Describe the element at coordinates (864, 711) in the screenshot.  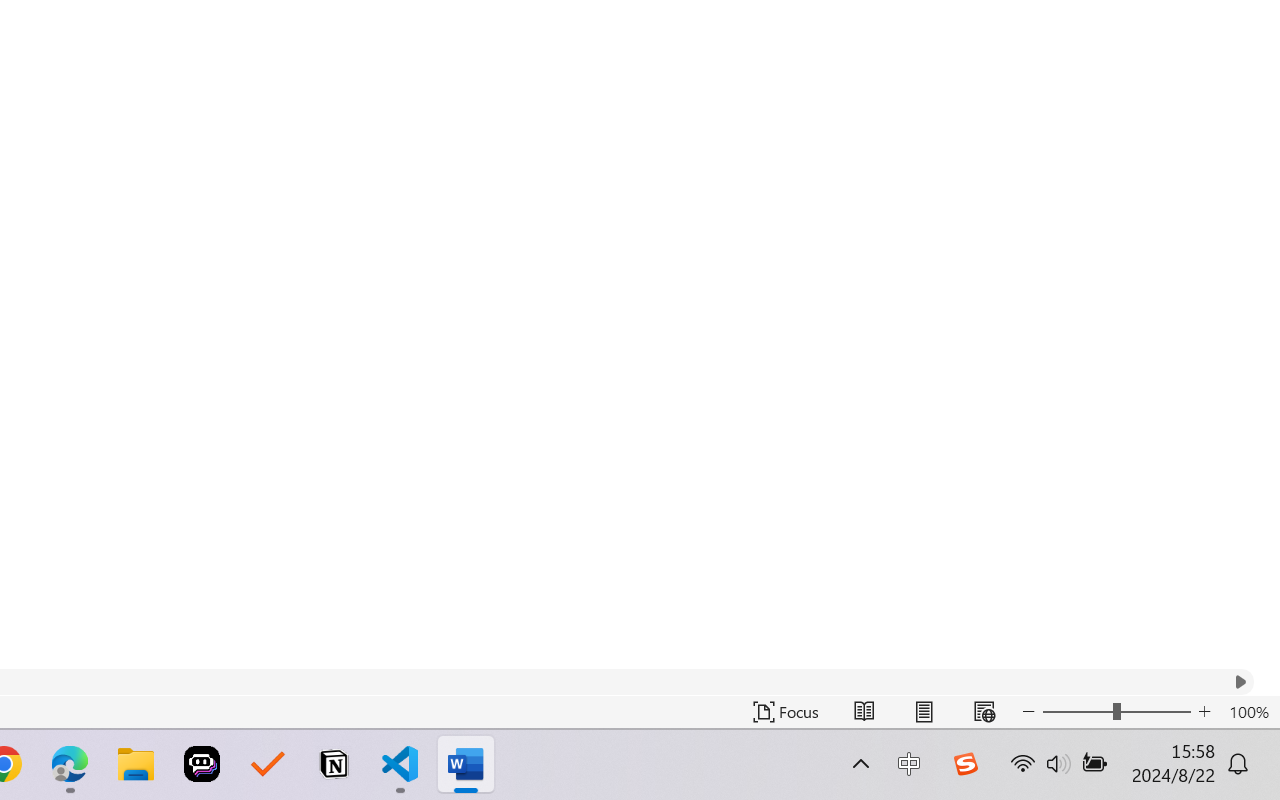
I see `'Read Mode'` at that location.